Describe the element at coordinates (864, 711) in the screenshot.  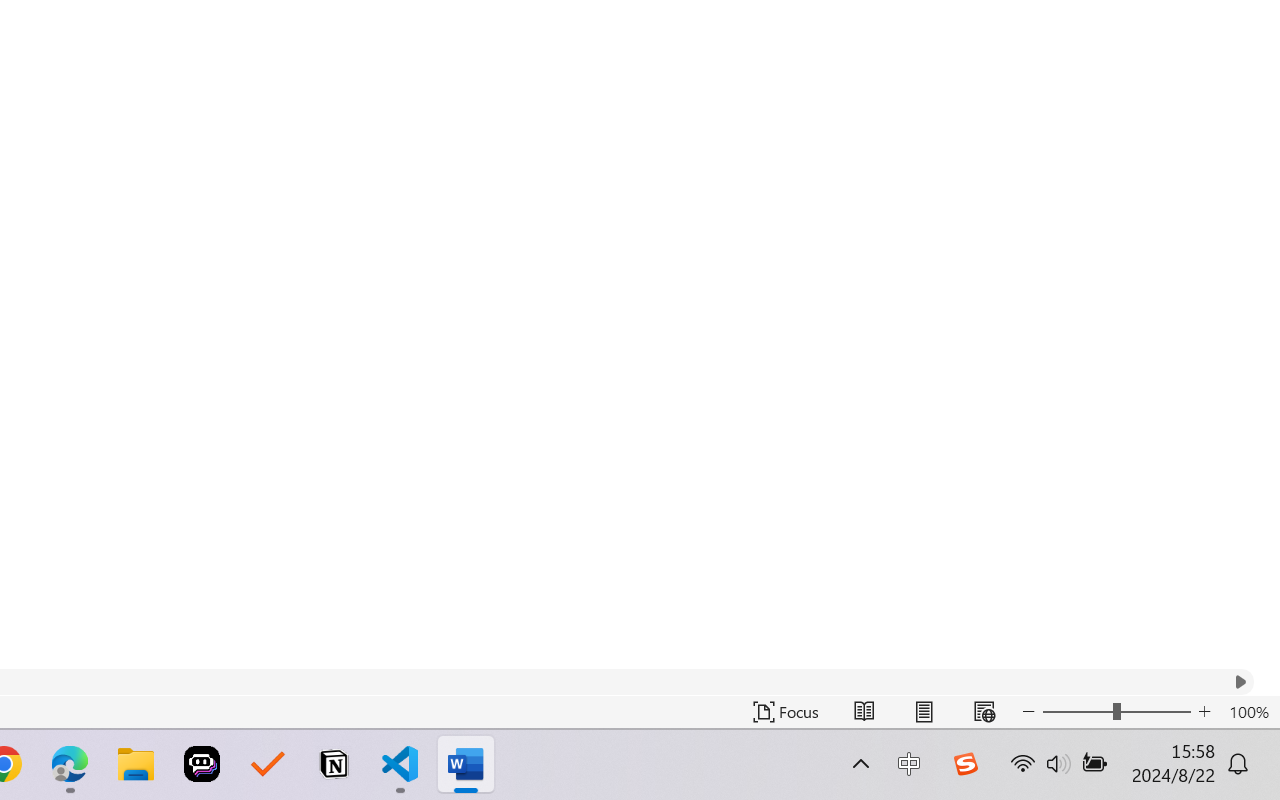
I see `'Read Mode'` at that location.